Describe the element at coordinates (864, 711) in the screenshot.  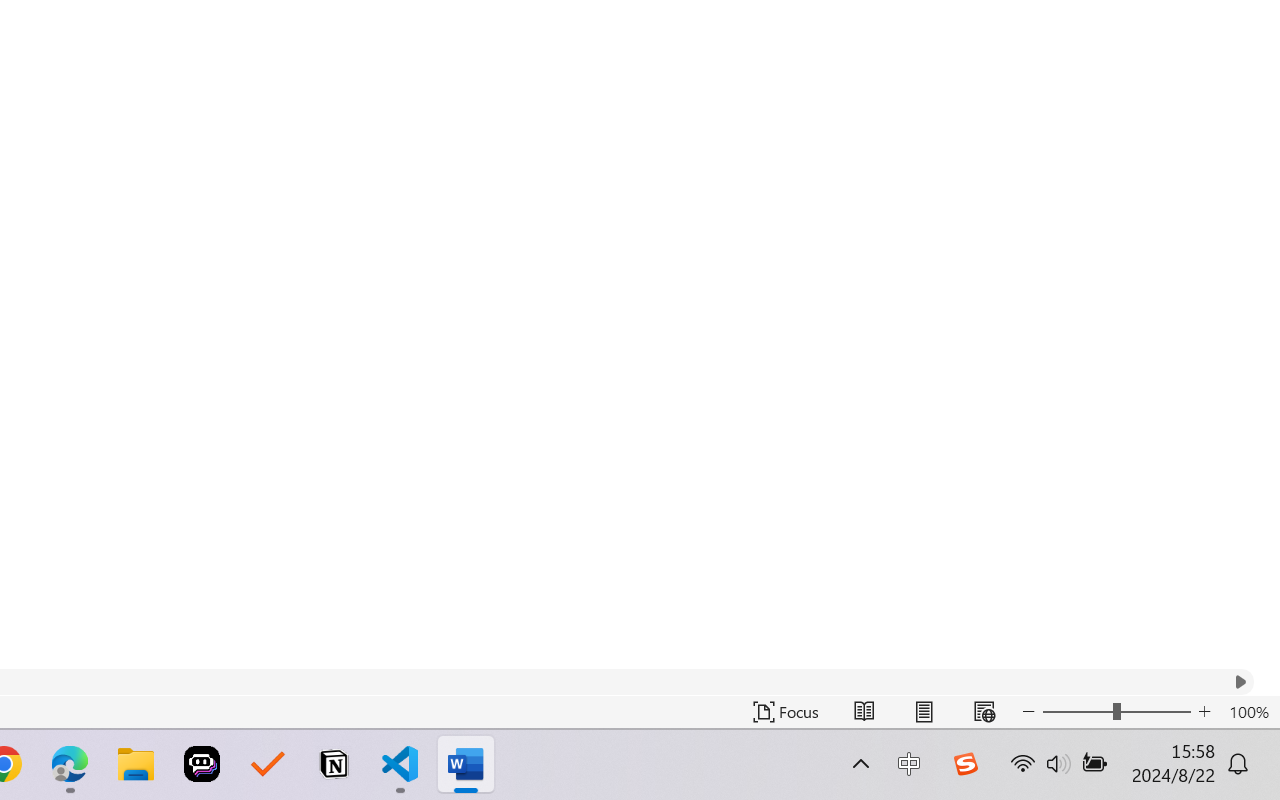
I see `'Read Mode'` at that location.